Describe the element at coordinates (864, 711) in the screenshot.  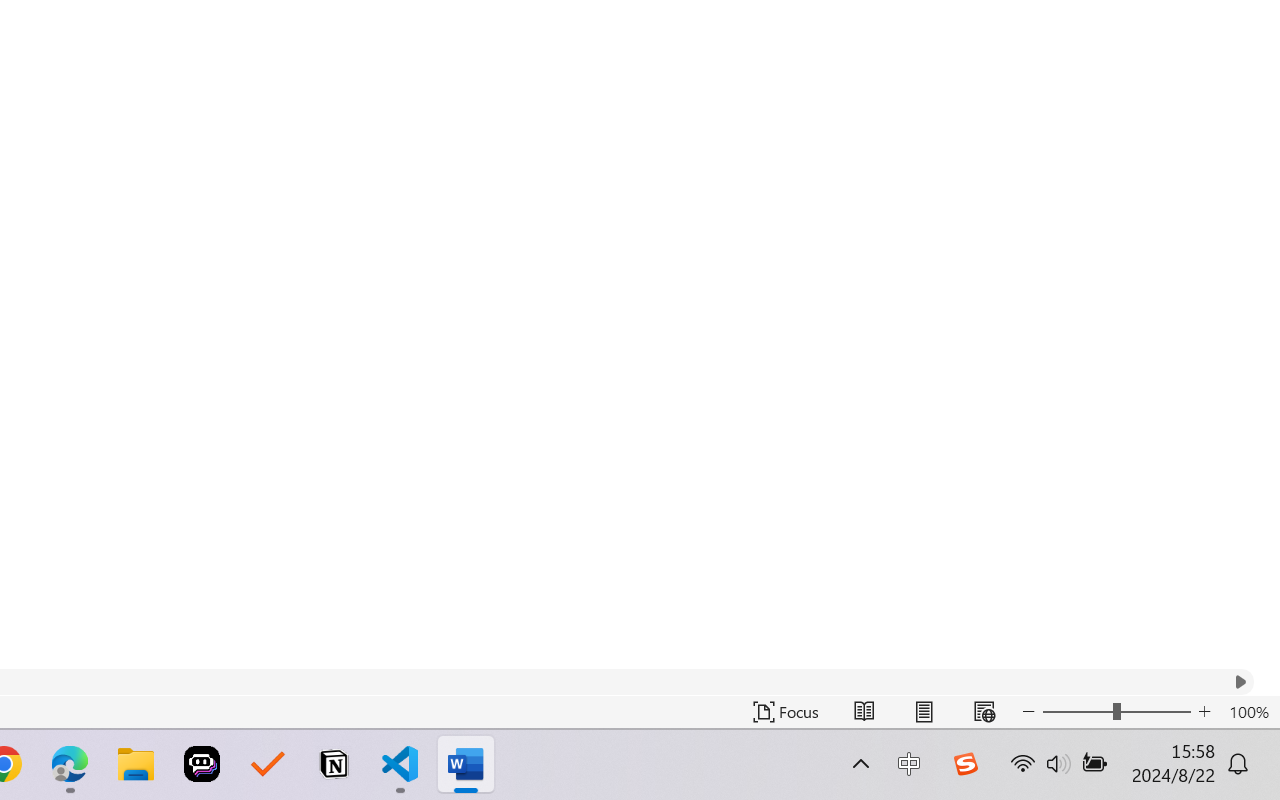
I see `'Read Mode'` at that location.